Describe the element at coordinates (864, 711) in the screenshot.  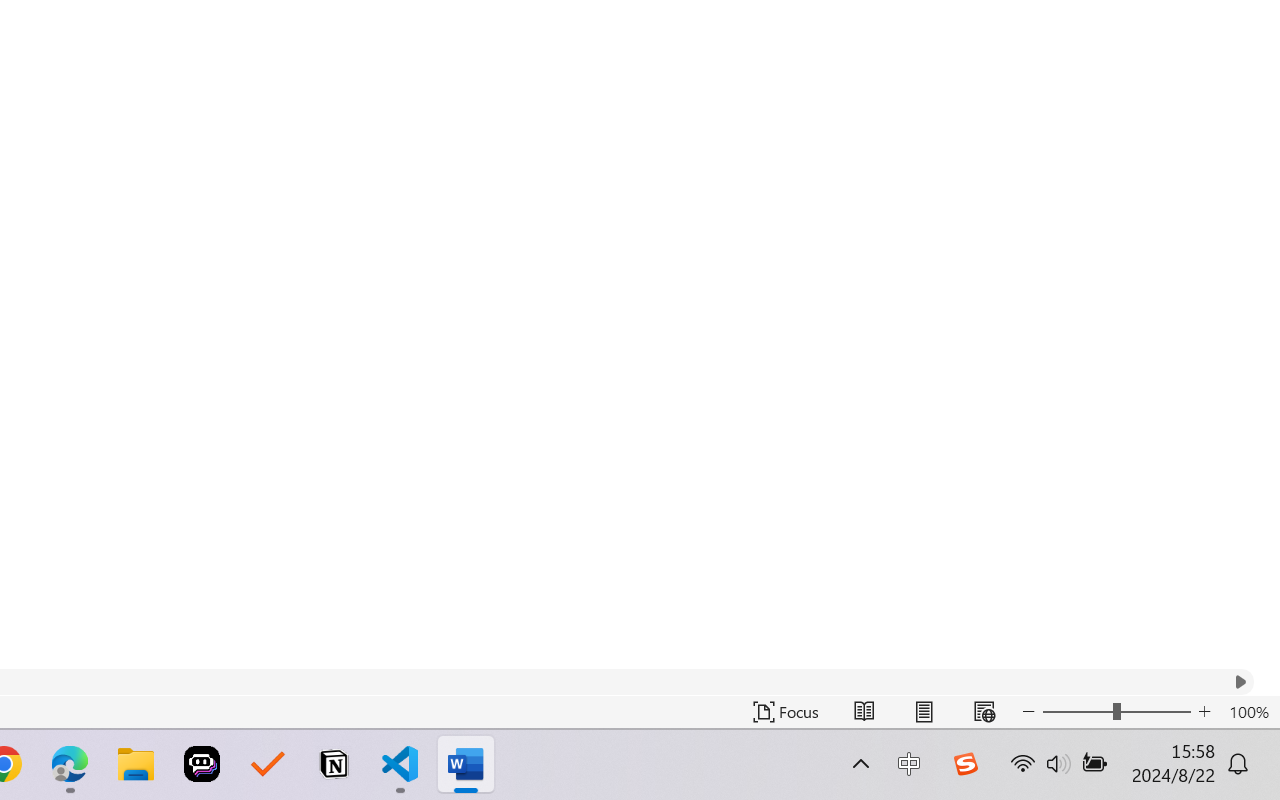
I see `'Read Mode'` at that location.